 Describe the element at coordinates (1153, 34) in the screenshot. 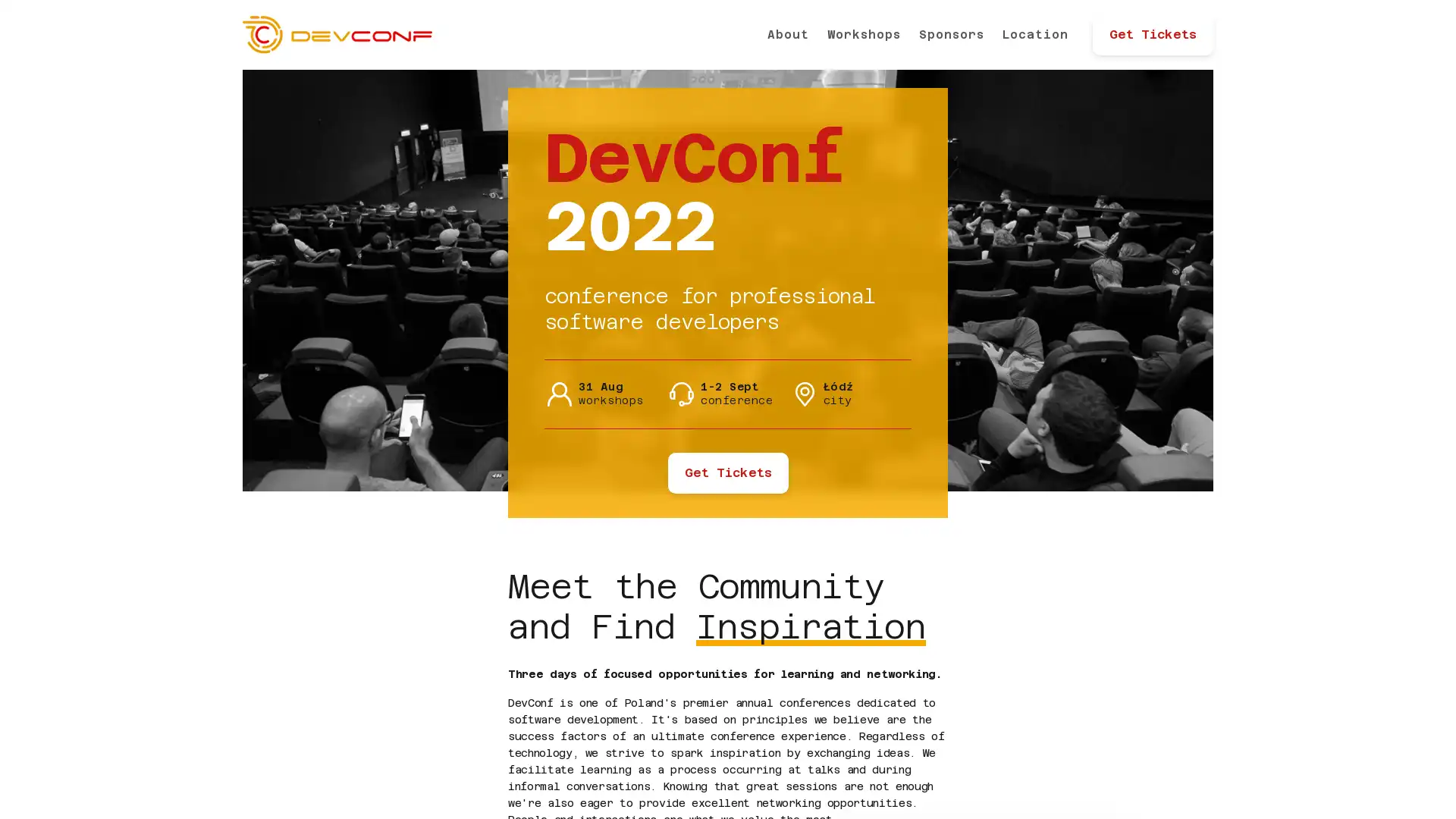

I see `Get Tickets` at that location.